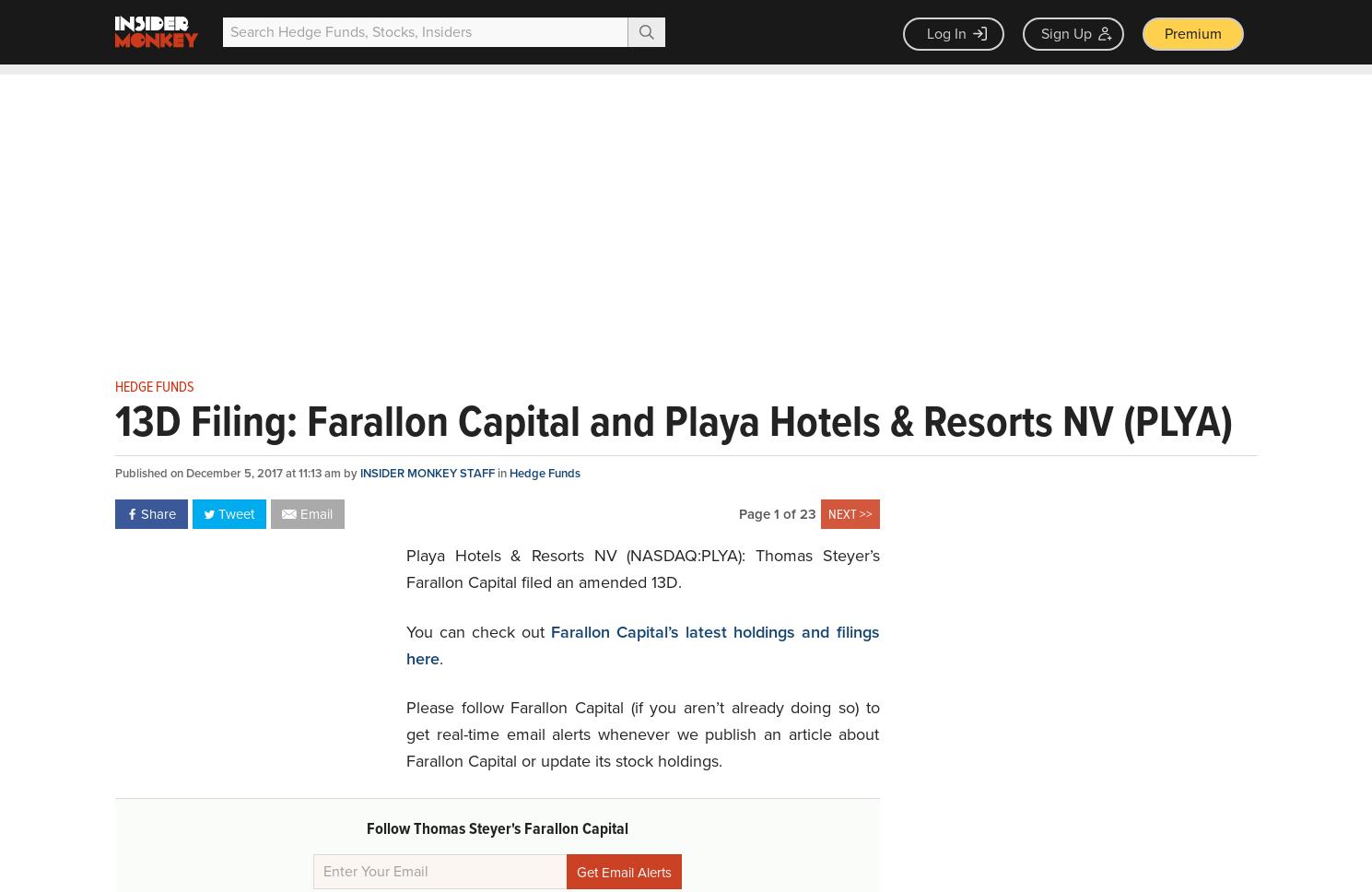  Describe the element at coordinates (157, 512) in the screenshot. I see `'Share'` at that location.